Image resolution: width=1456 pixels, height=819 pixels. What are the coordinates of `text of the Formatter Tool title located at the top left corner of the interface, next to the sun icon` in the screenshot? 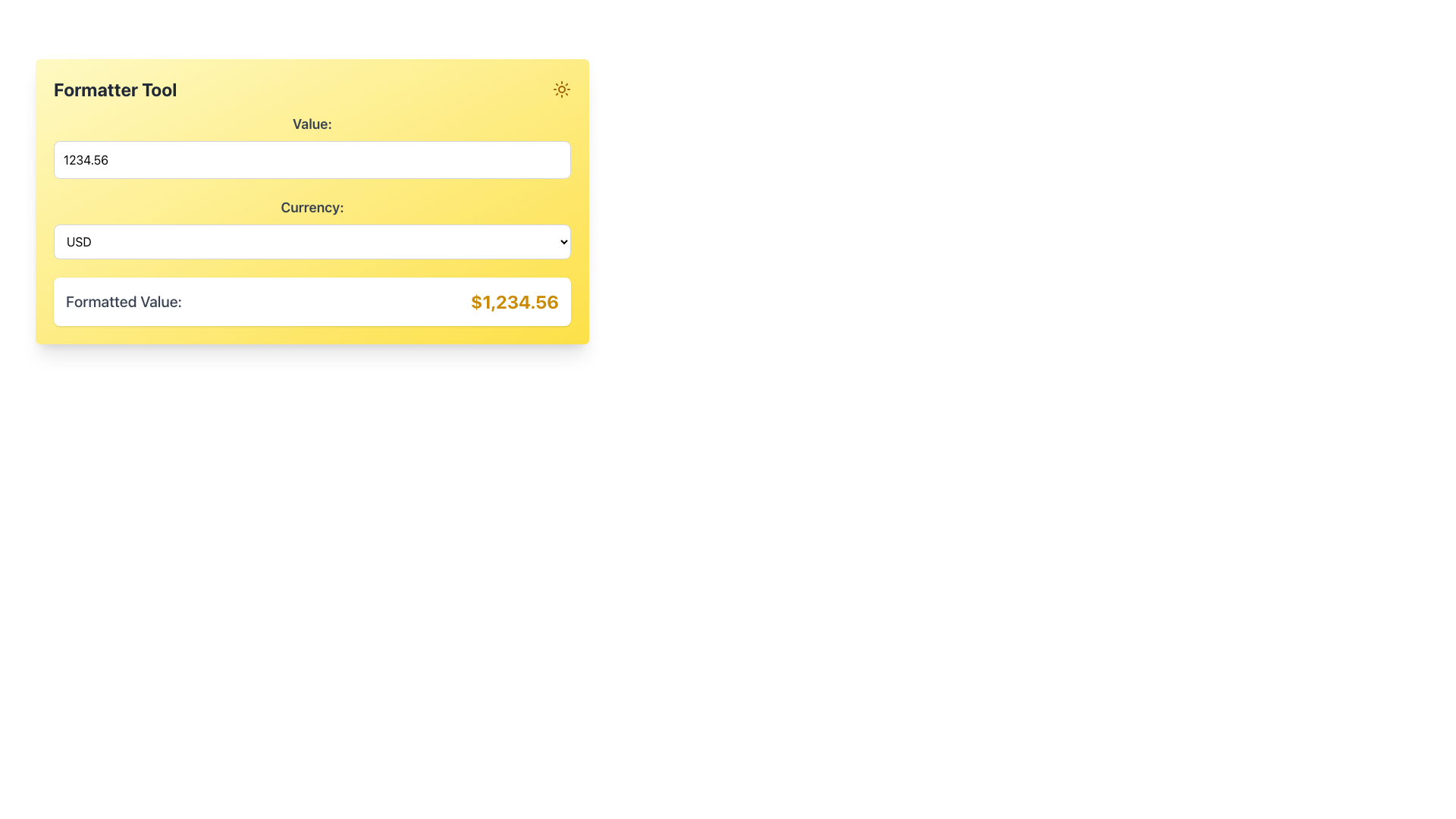 It's located at (115, 89).